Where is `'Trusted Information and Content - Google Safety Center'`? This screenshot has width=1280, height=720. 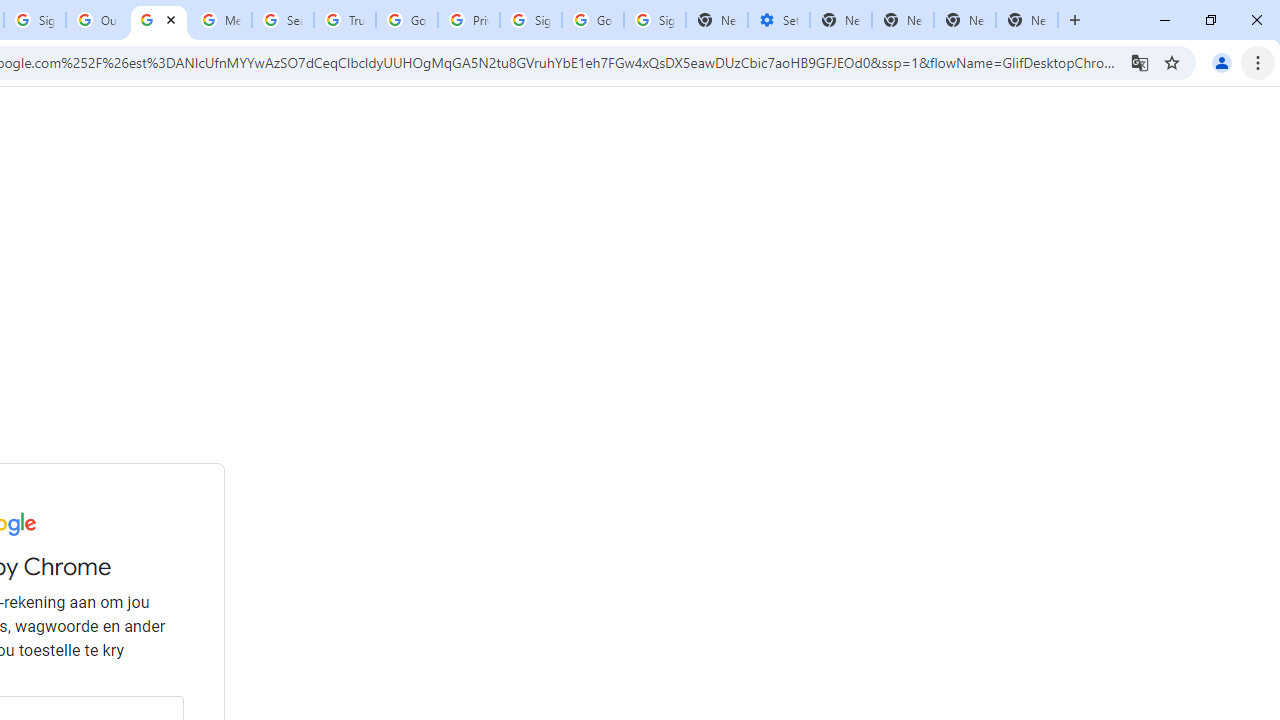 'Trusted Information and Content - Google Safety Center' is located at coordinates (344, 20).